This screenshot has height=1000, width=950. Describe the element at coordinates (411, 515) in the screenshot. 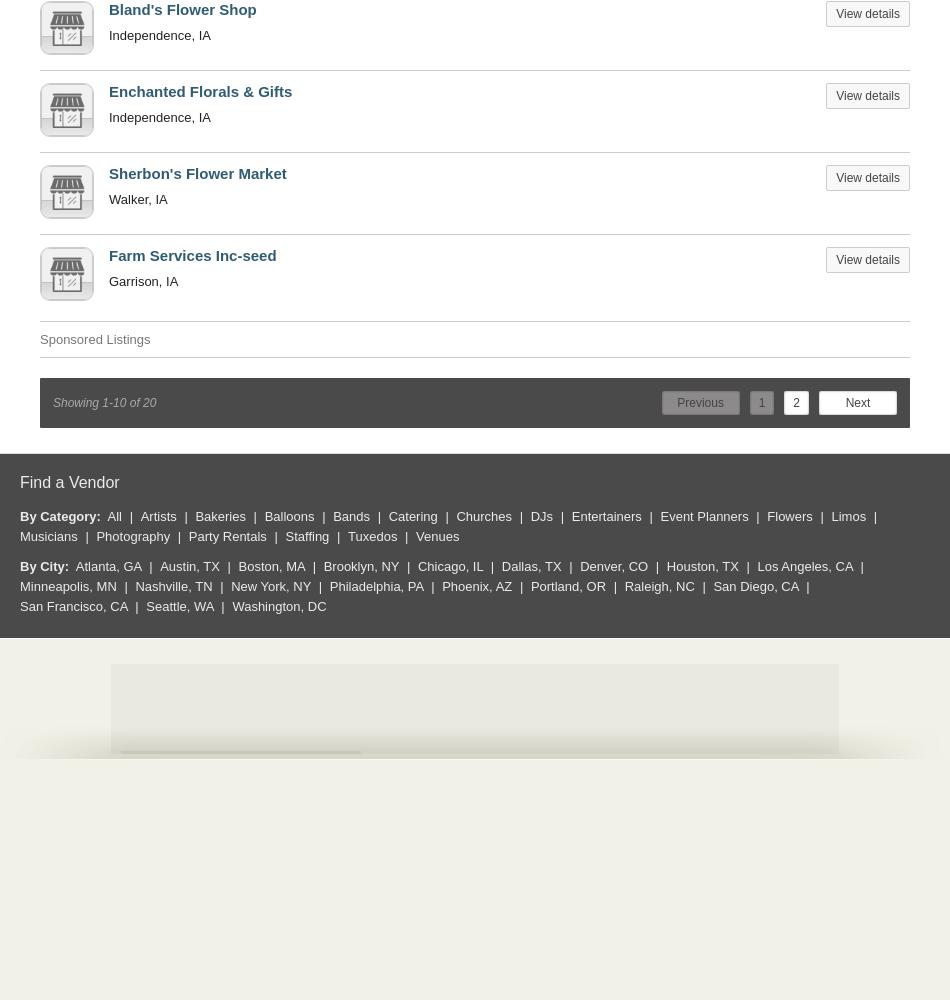

I see `'Catering'` at that location.